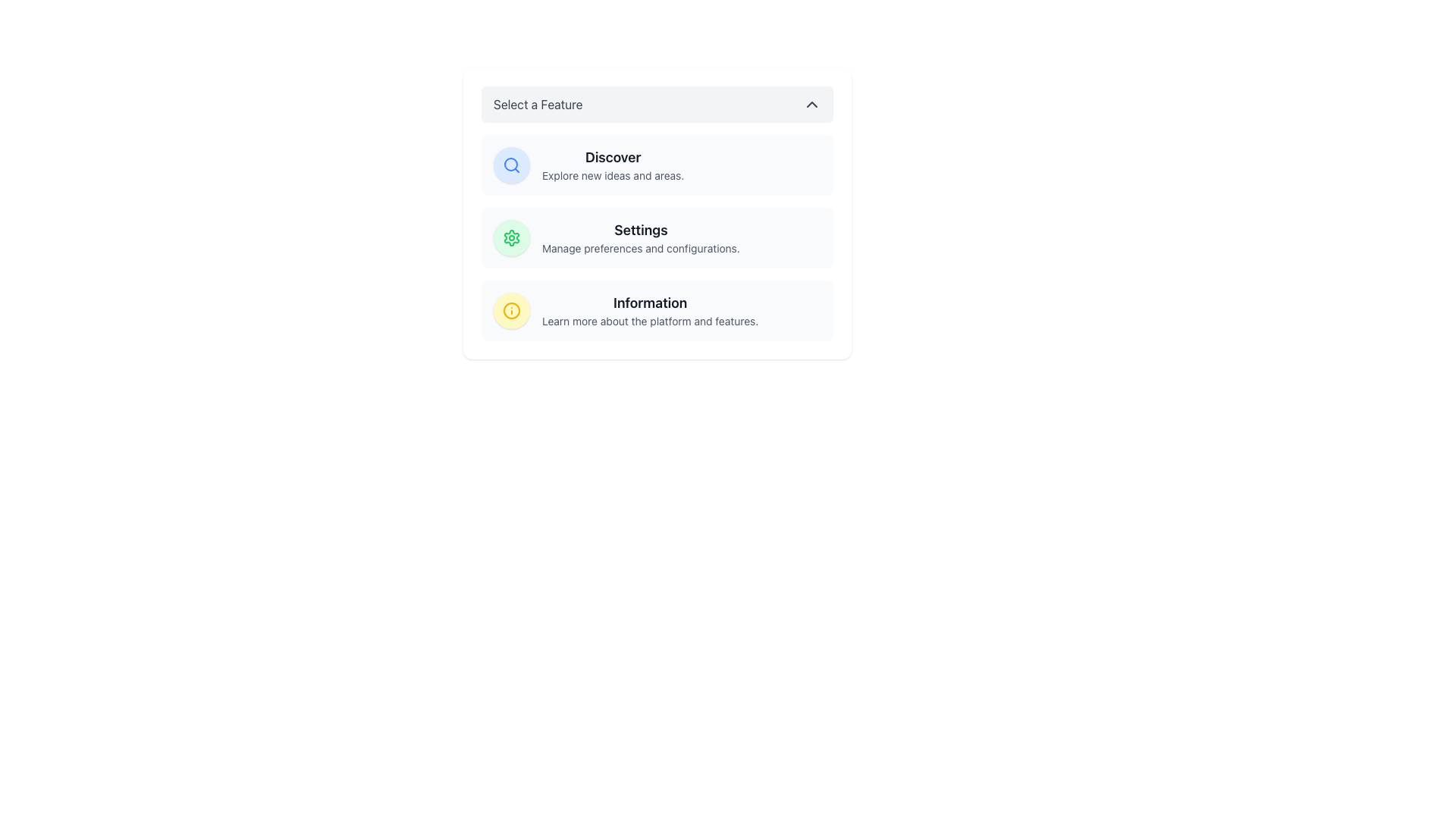 The height and width of the screenshot is (819, 1456). I want to click on text label styled with 'text-sm' and 'text-gray-600' containing the phrase 'Learn more about the platform and features.' located in the 'Information' section below the heading 'Information', so click(650, 321).